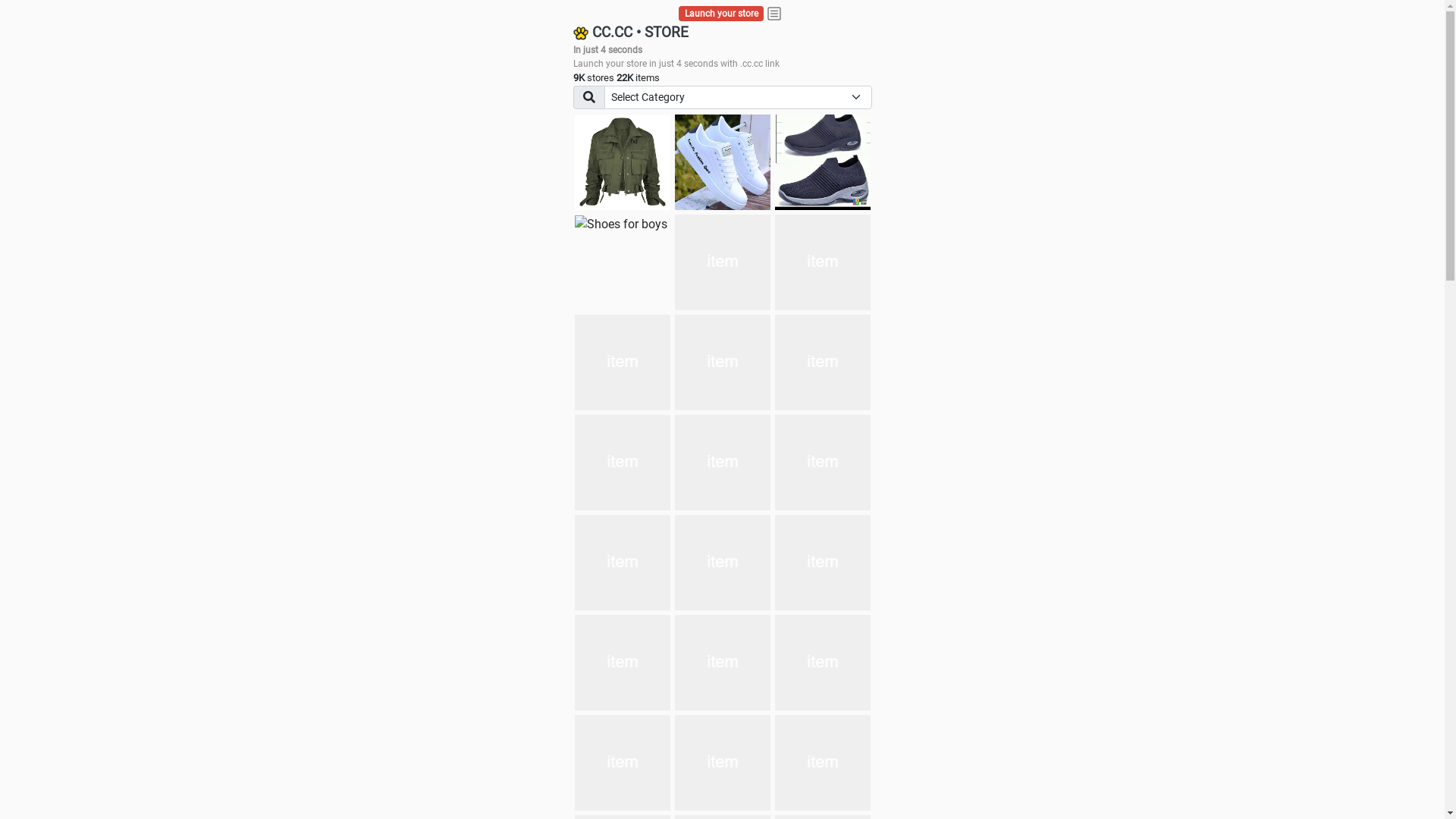  What do you see at coordinates (722, 262) in the screenshot?
I see `'Things we need'` at bounding box center [722, 262].